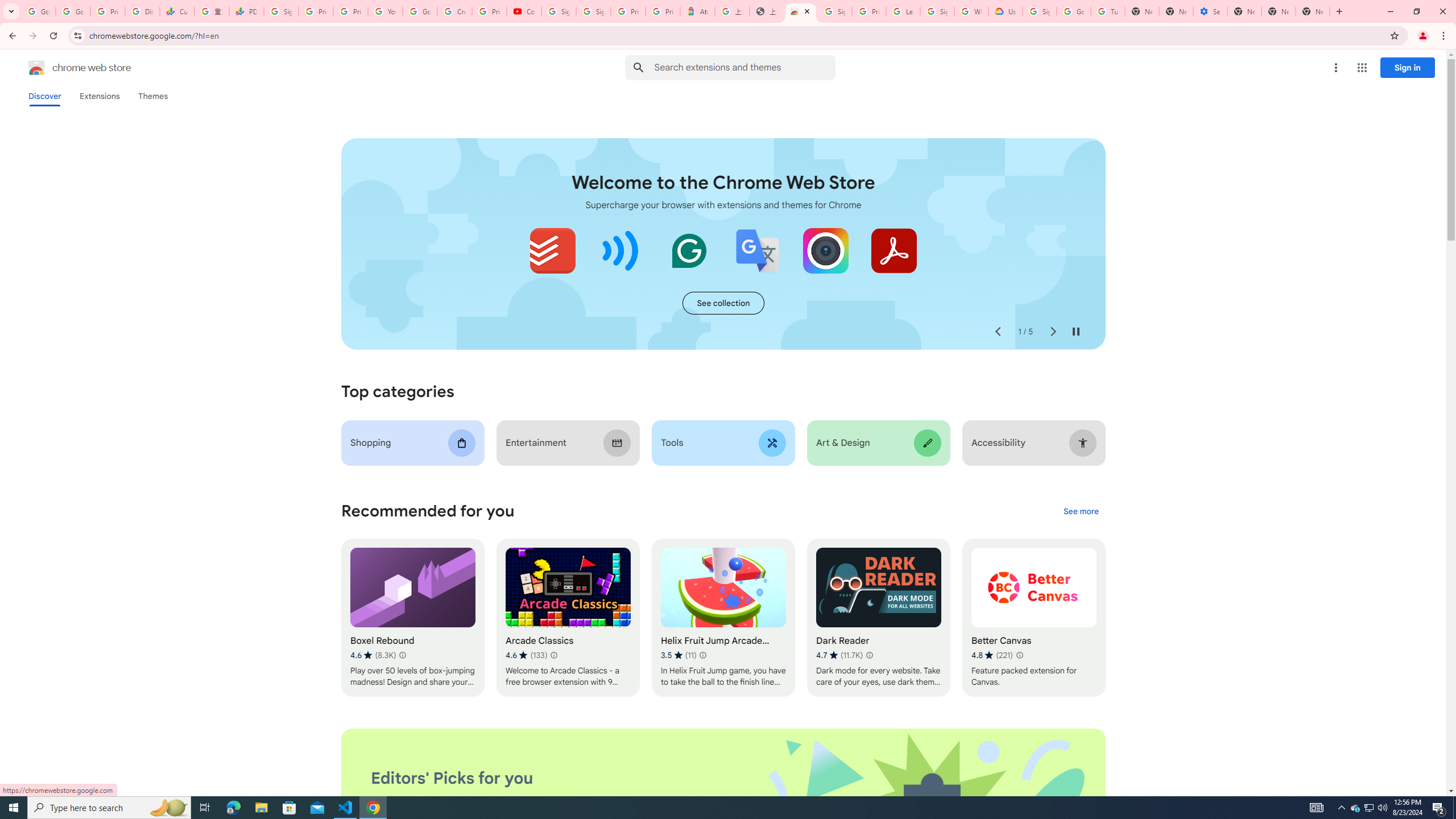 This screenshot has height=819, width=1456. I want to click on 'Arcade Classics', so click(568, 617).